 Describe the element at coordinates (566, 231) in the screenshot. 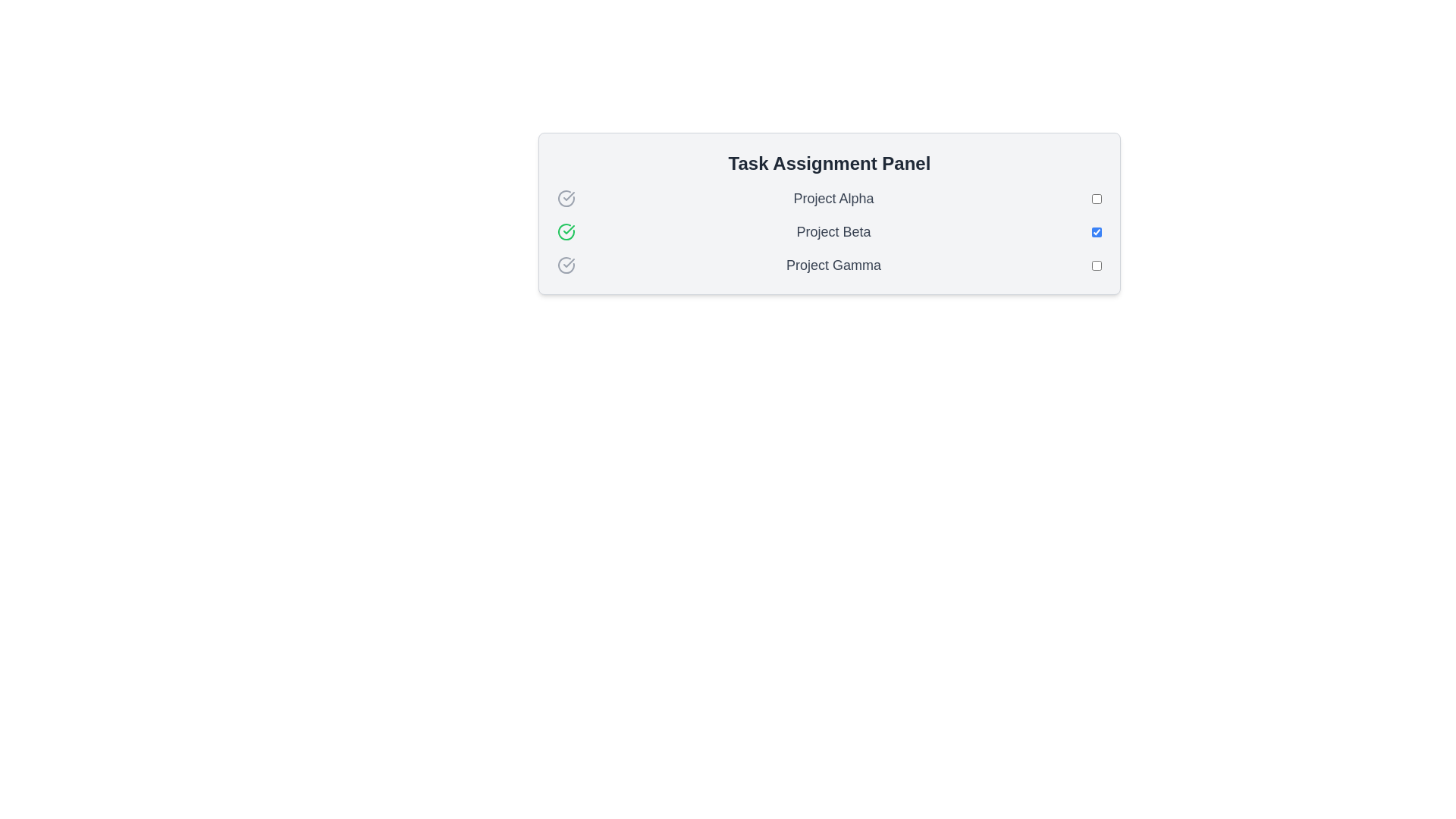

I see `the green circular checkmark icon representing success, located to the left of the 'Project Beta' text in the Task Assignment Panel` at that location.